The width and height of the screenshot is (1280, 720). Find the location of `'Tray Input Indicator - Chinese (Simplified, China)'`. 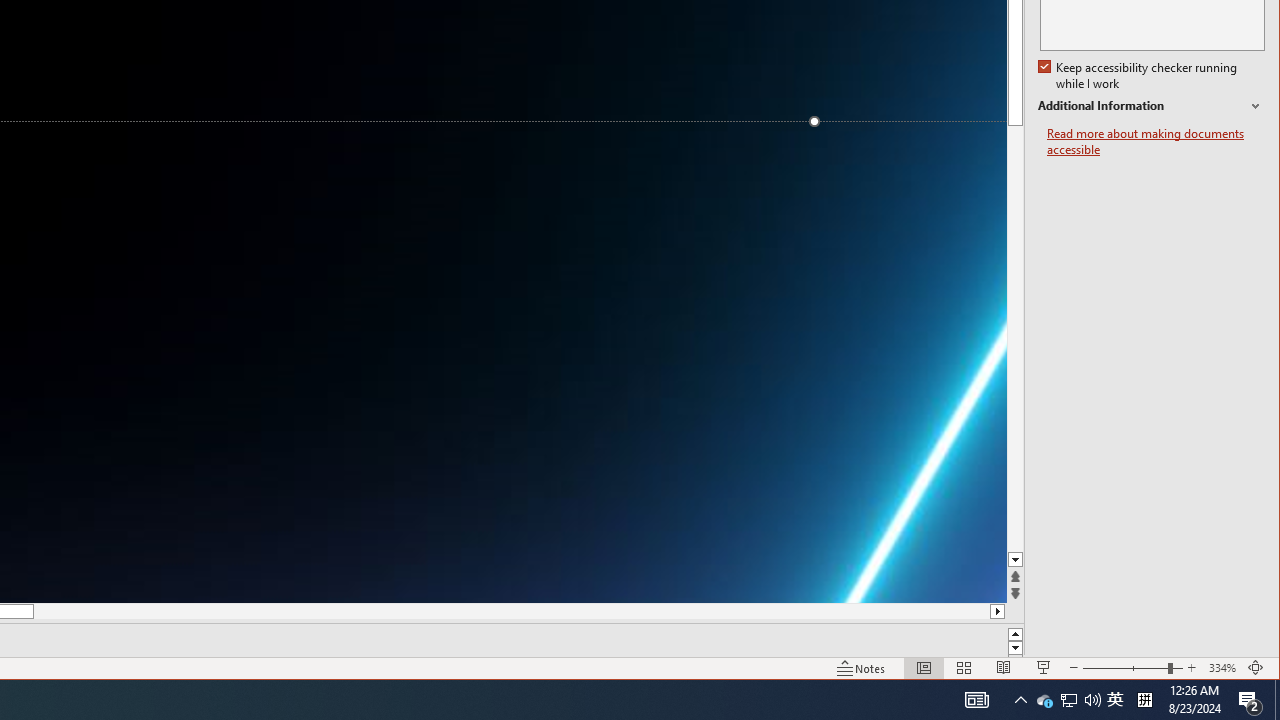

'Tray Input Indicator - Chinese (Simplified, China)' is located at coordinates (1144, 698).